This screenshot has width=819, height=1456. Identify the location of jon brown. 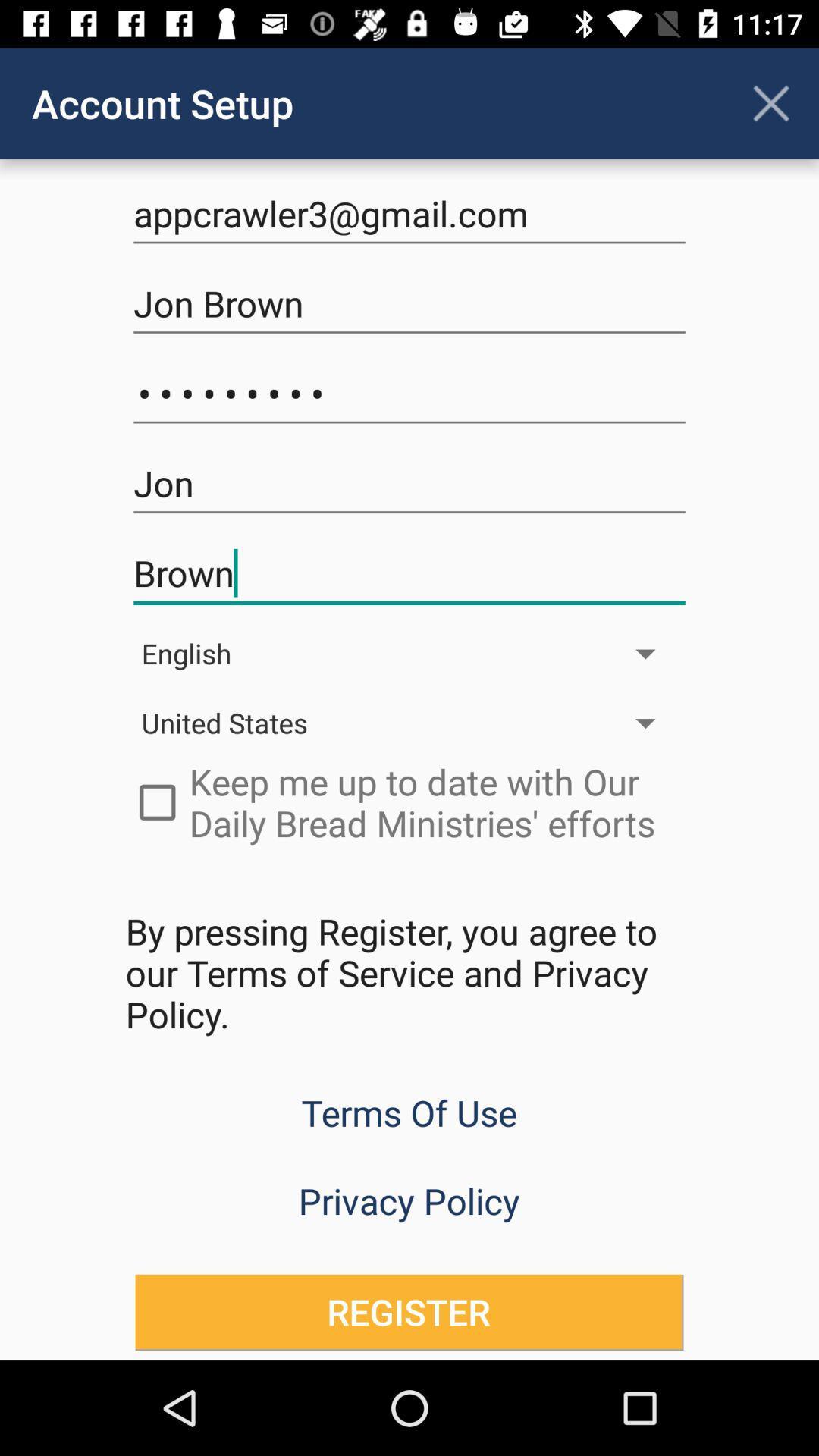
(409, 303).